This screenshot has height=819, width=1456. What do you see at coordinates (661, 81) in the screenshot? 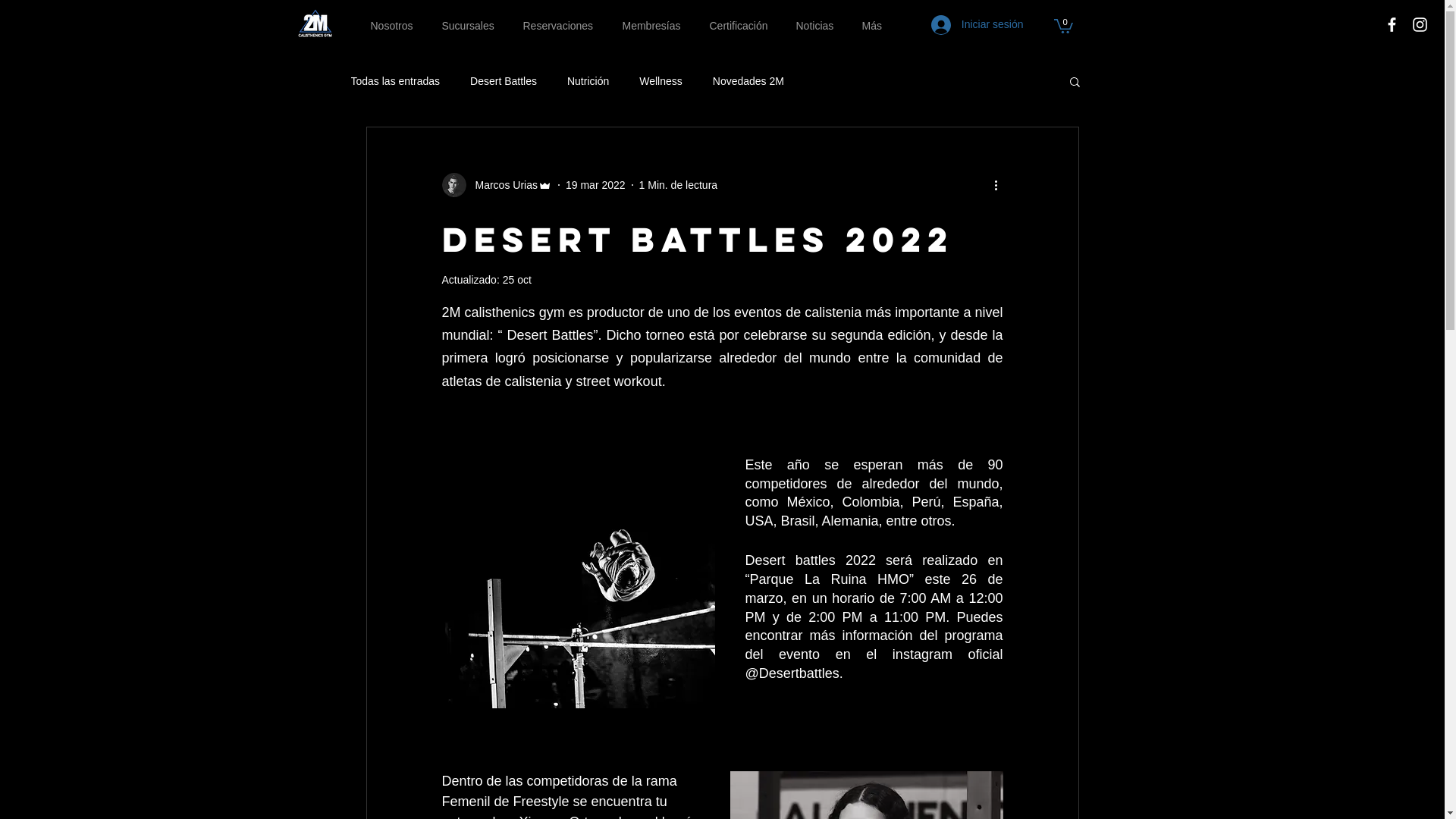
I see `'Wellness'` at bounding box center [661, 81].